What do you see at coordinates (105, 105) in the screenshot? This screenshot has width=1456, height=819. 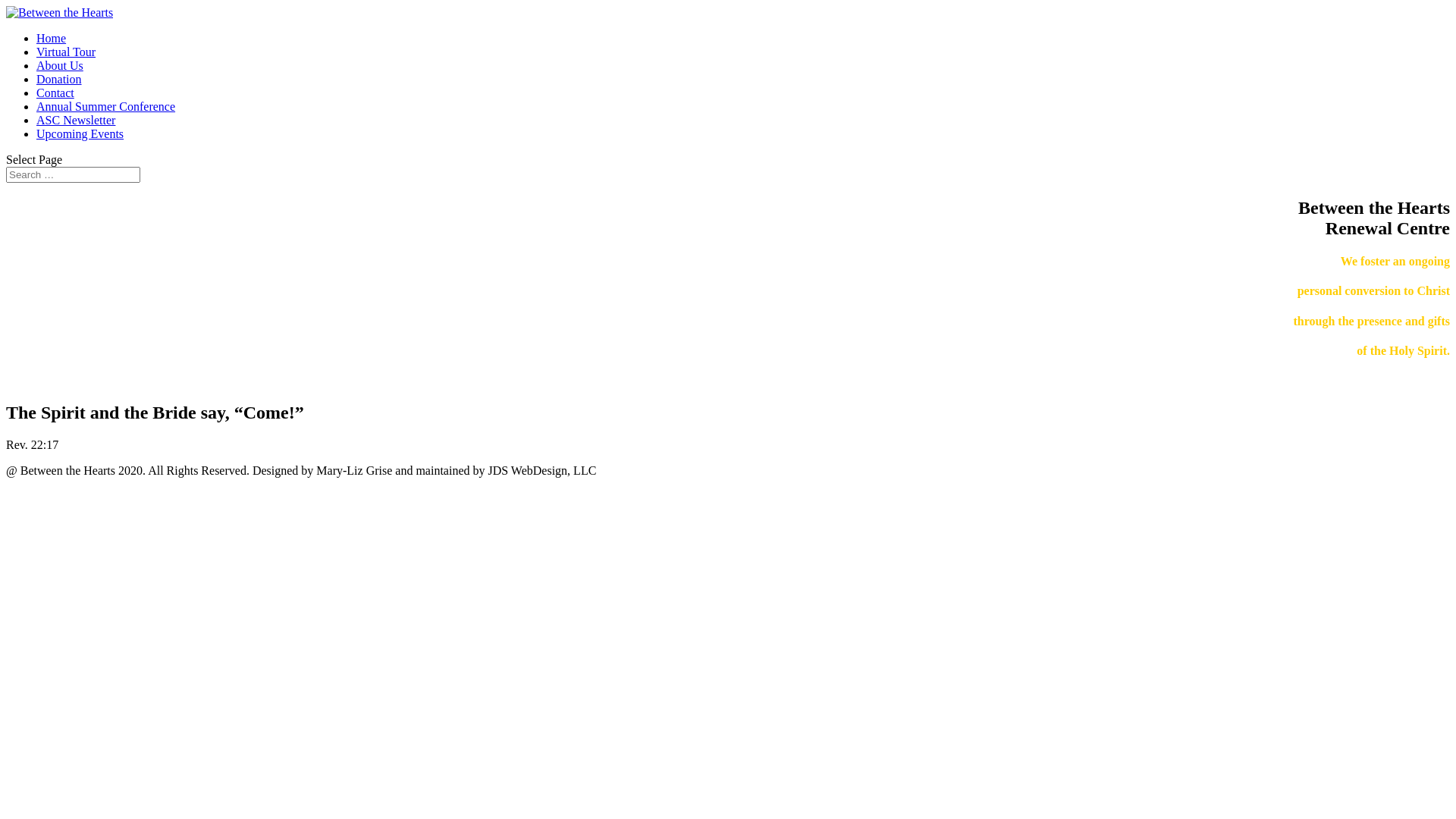 I see `'Annual Summer Conference'` at bounding box center [105, 105].